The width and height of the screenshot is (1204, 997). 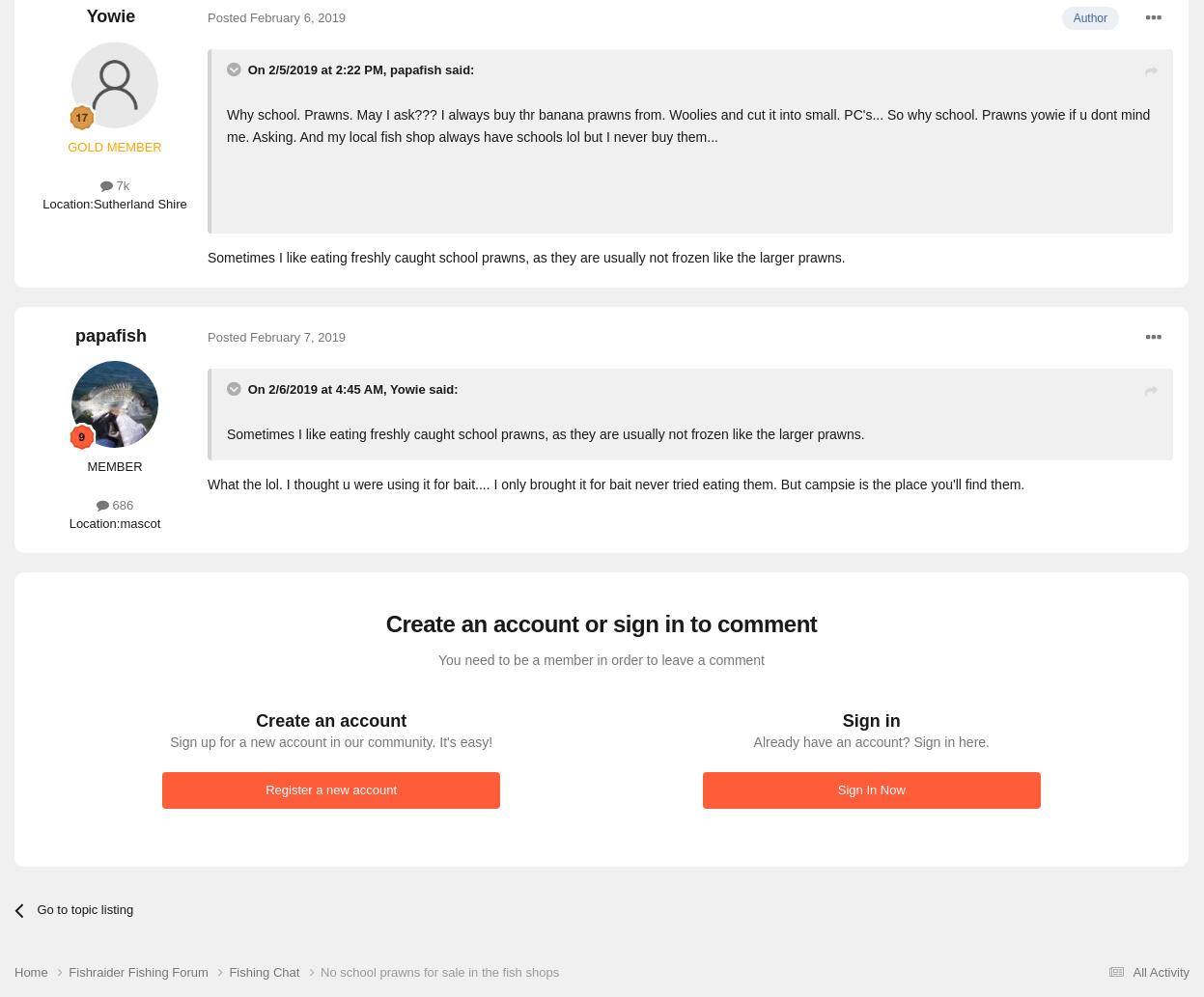 I want to click on 'Fishraider Fishing Forum', so click(x=139, y=970).